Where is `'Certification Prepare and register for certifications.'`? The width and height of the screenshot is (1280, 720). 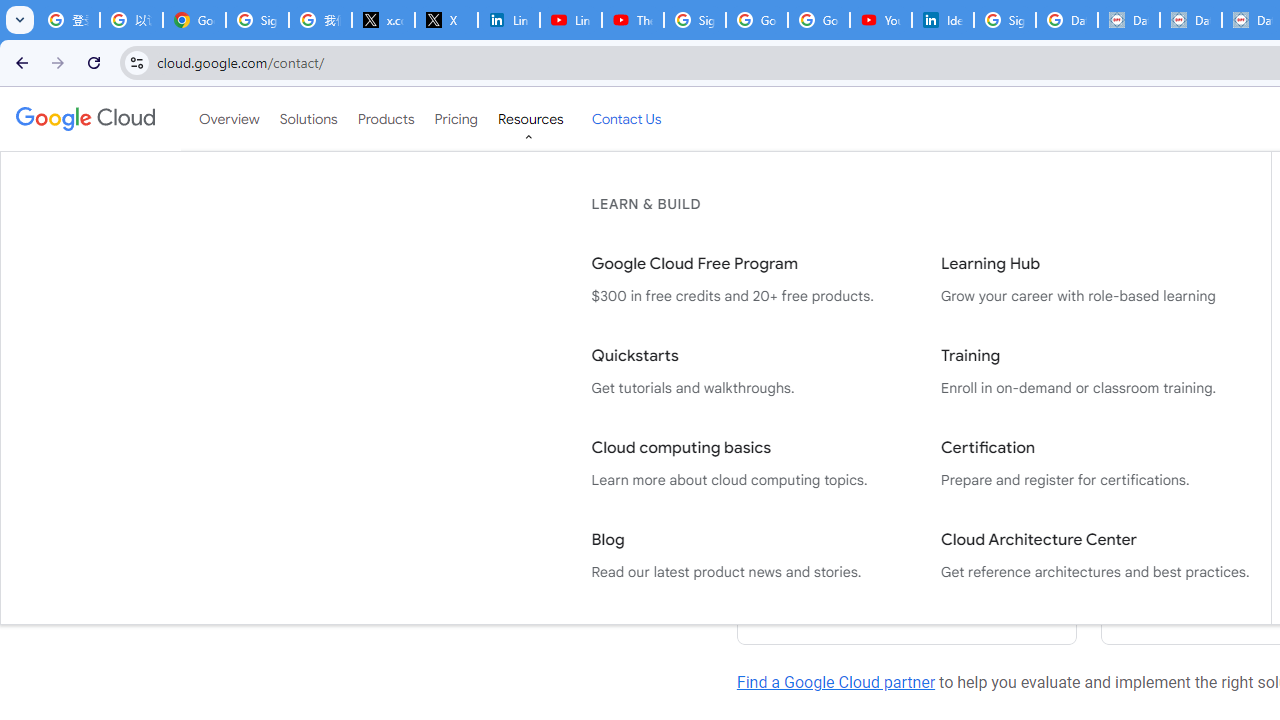
'Certification Prepare and register for certifications.' is located at coordinates (1094, 464).